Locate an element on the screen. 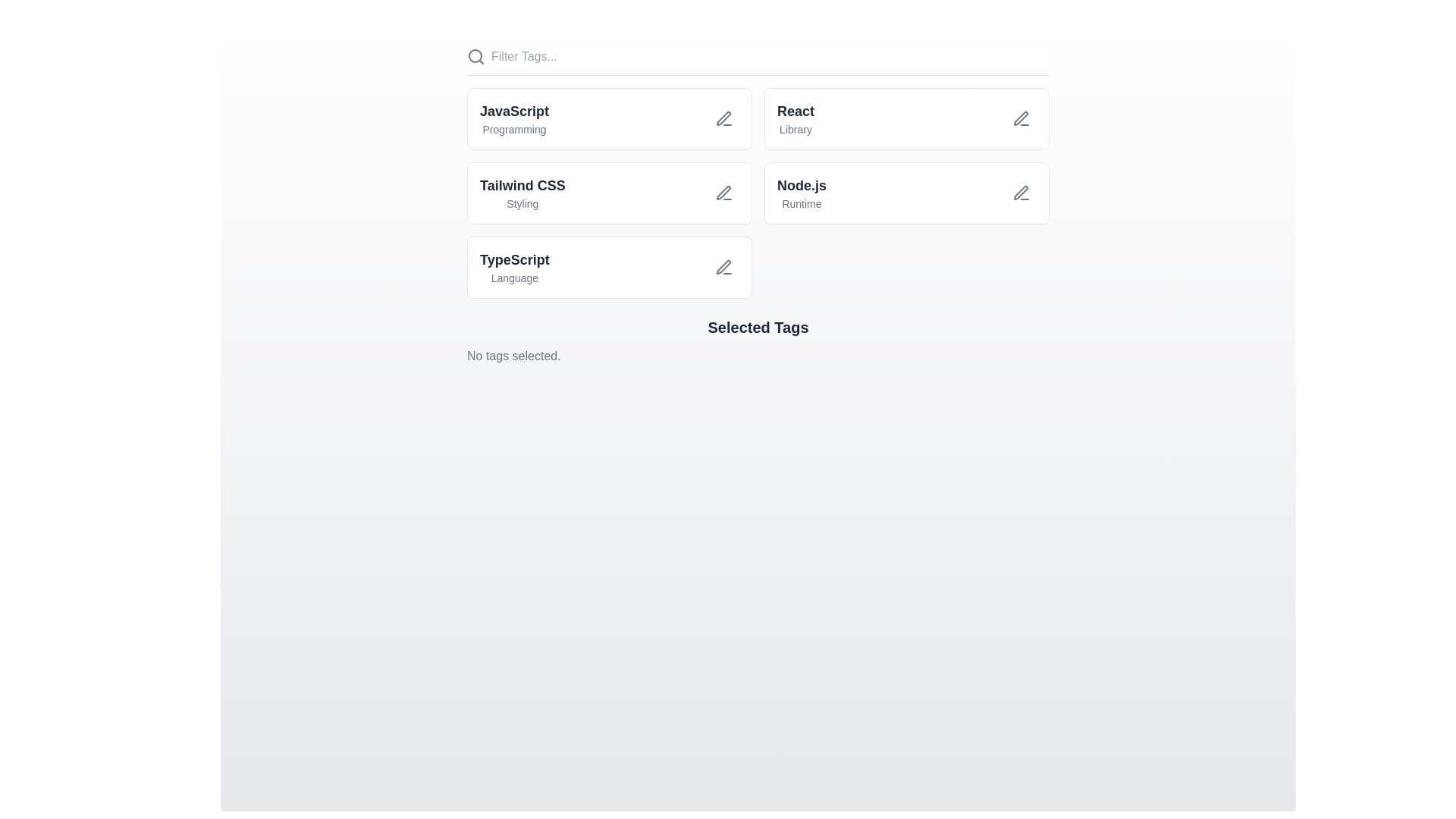 The width and height of the screenshot is (1456, 819). the search icon located is located at coordinates (475, 55).